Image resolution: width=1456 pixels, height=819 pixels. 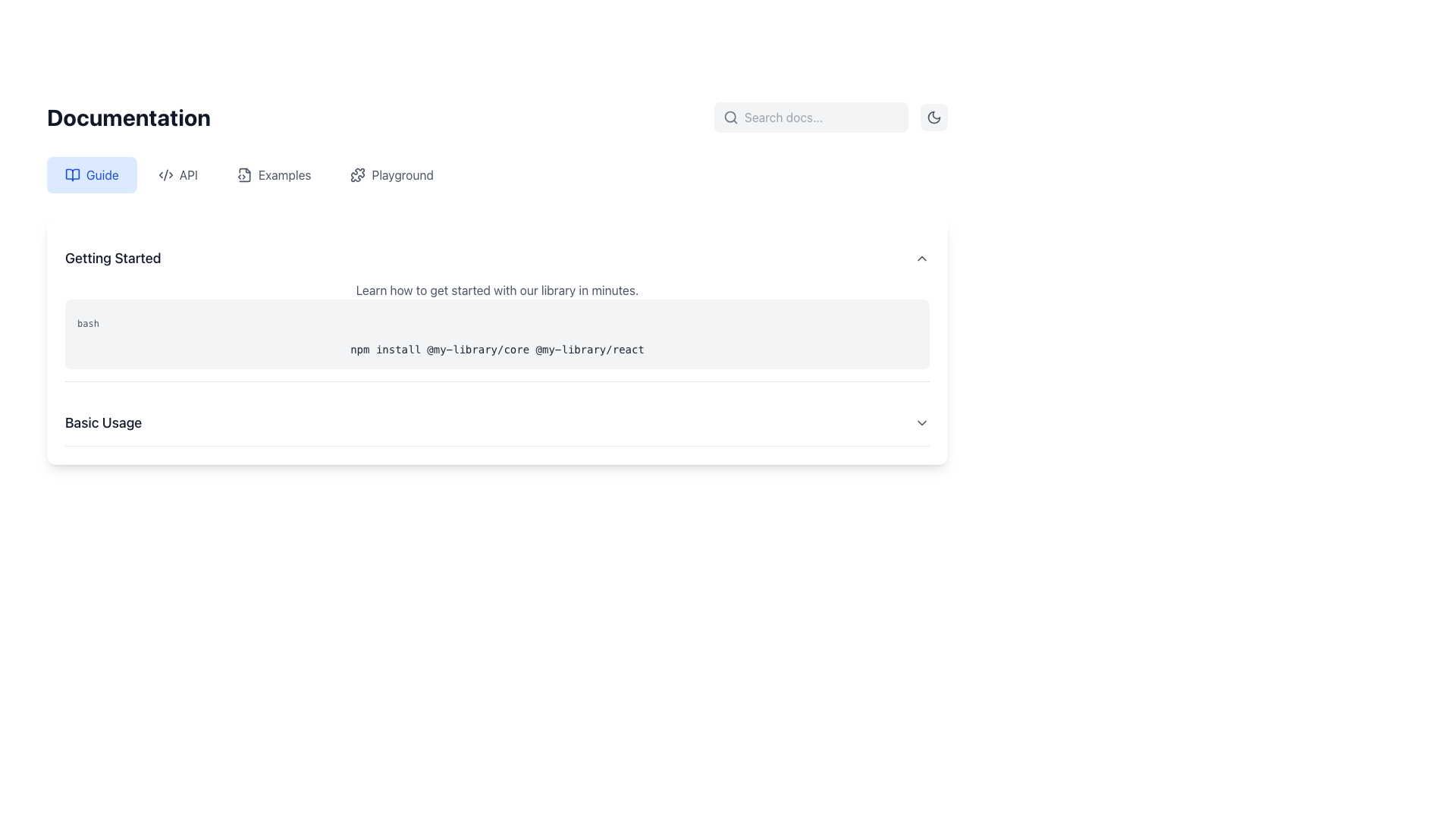 I want to click on the 'Guide' button, which is a rectangular button with rounded corners, light blue background, and bold blue text, positioned as the first item in the navigation header, so click(x=91, y=174).